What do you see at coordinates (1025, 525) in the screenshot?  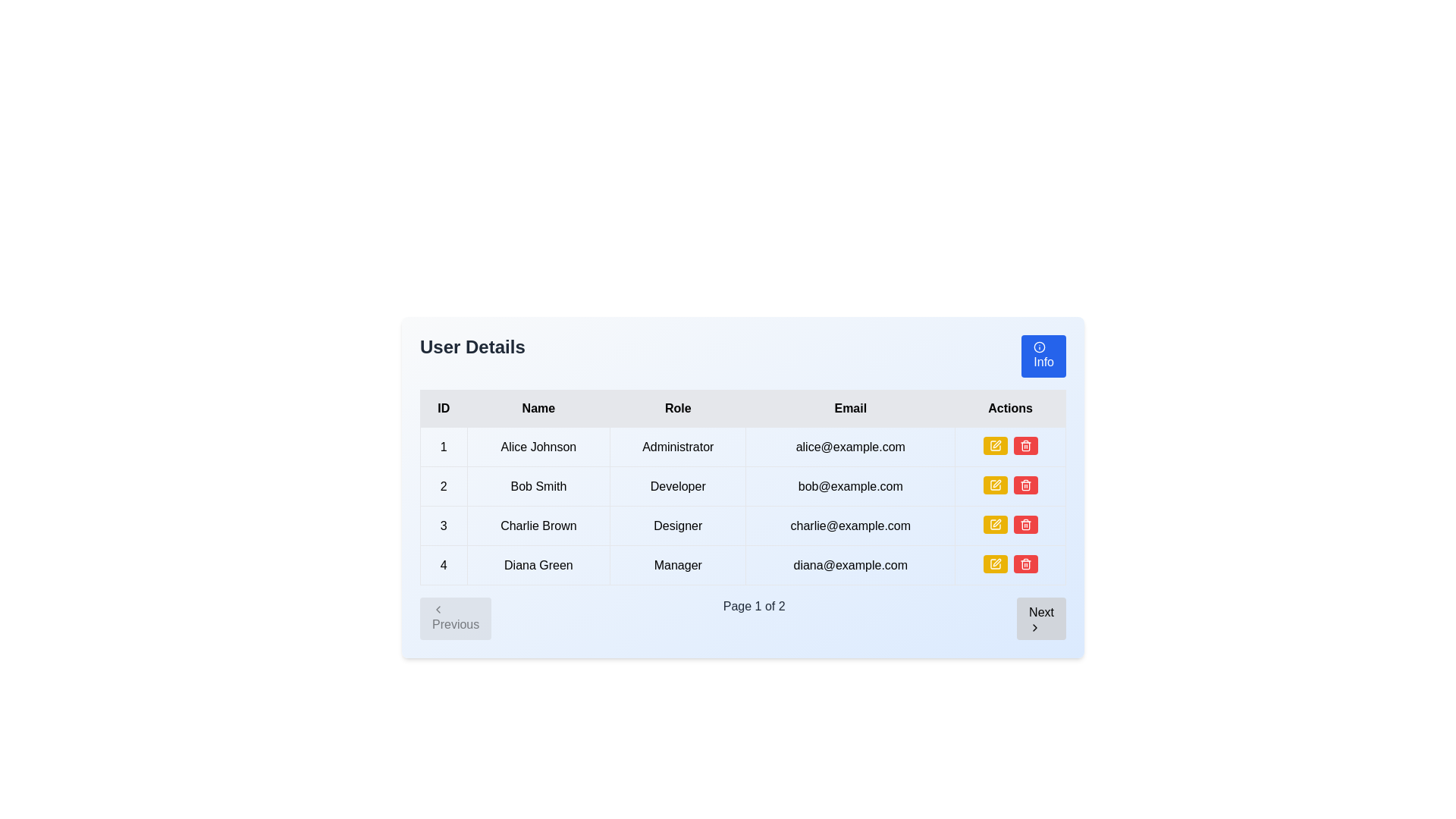 I see `the trash icon in the Actions column of the second row of the table` at bounding box center [1025, 525].